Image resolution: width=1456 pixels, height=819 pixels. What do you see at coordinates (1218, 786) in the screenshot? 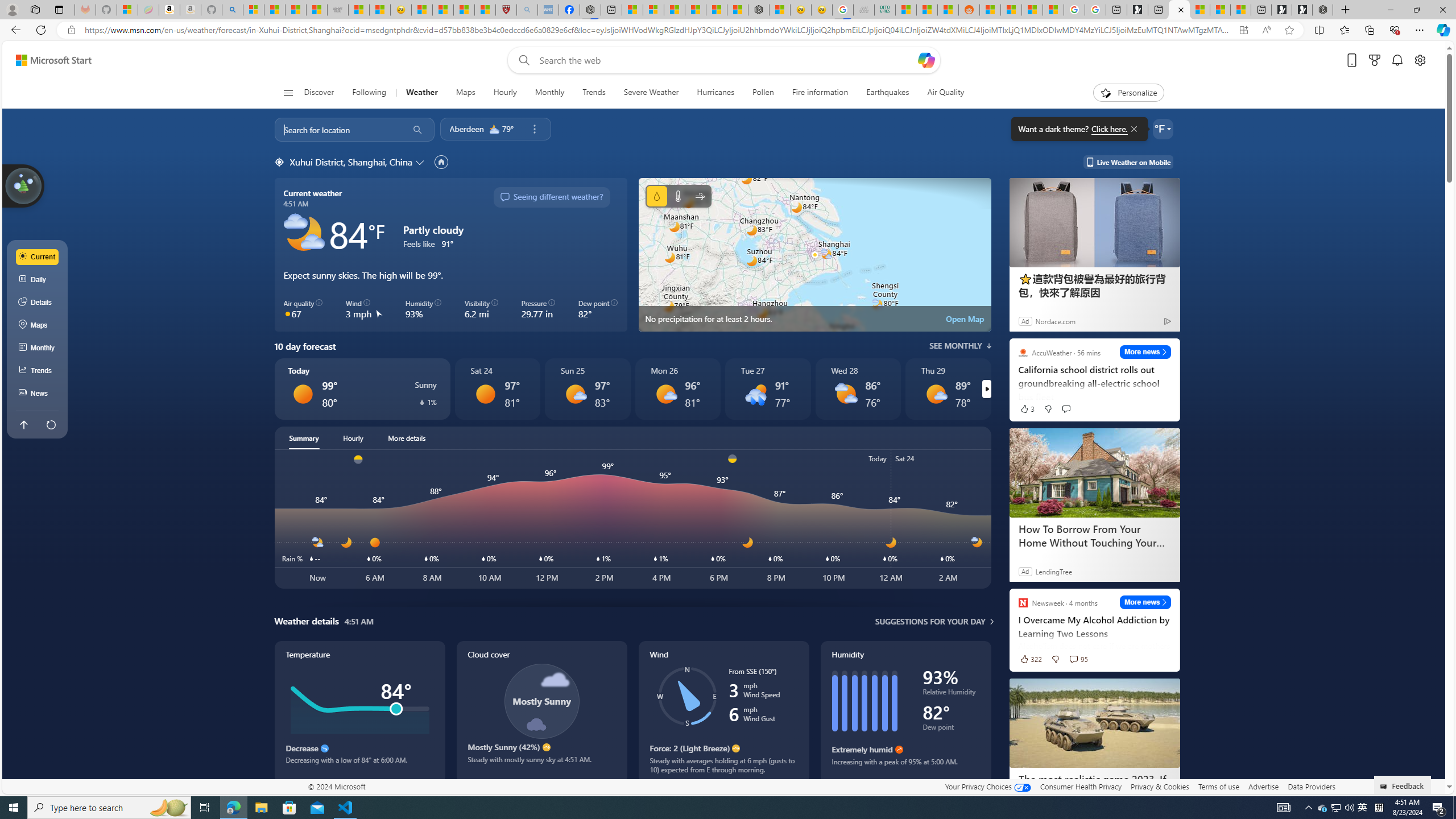
I see `'Terms of use'` at bounding box center [1218, 786].